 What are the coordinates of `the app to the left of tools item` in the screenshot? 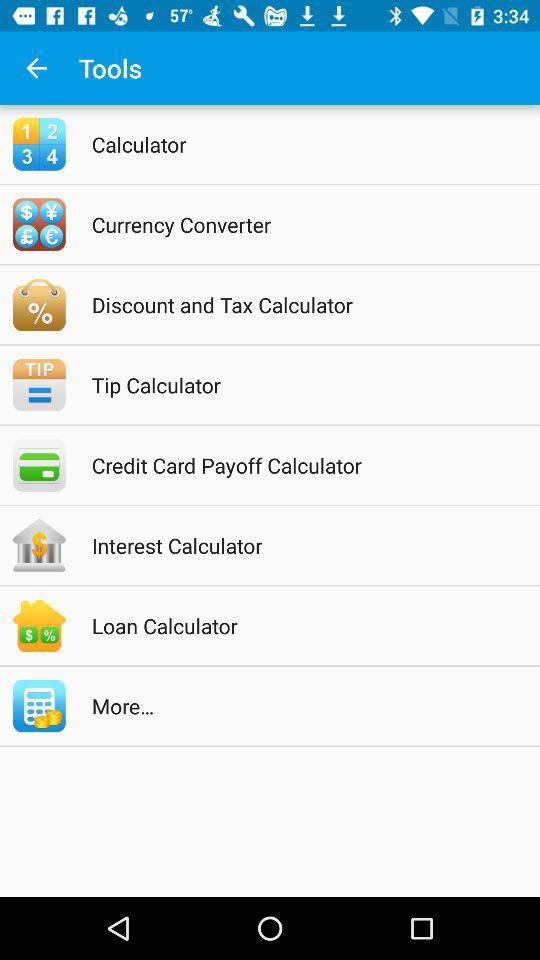 It's located at (36, 68).